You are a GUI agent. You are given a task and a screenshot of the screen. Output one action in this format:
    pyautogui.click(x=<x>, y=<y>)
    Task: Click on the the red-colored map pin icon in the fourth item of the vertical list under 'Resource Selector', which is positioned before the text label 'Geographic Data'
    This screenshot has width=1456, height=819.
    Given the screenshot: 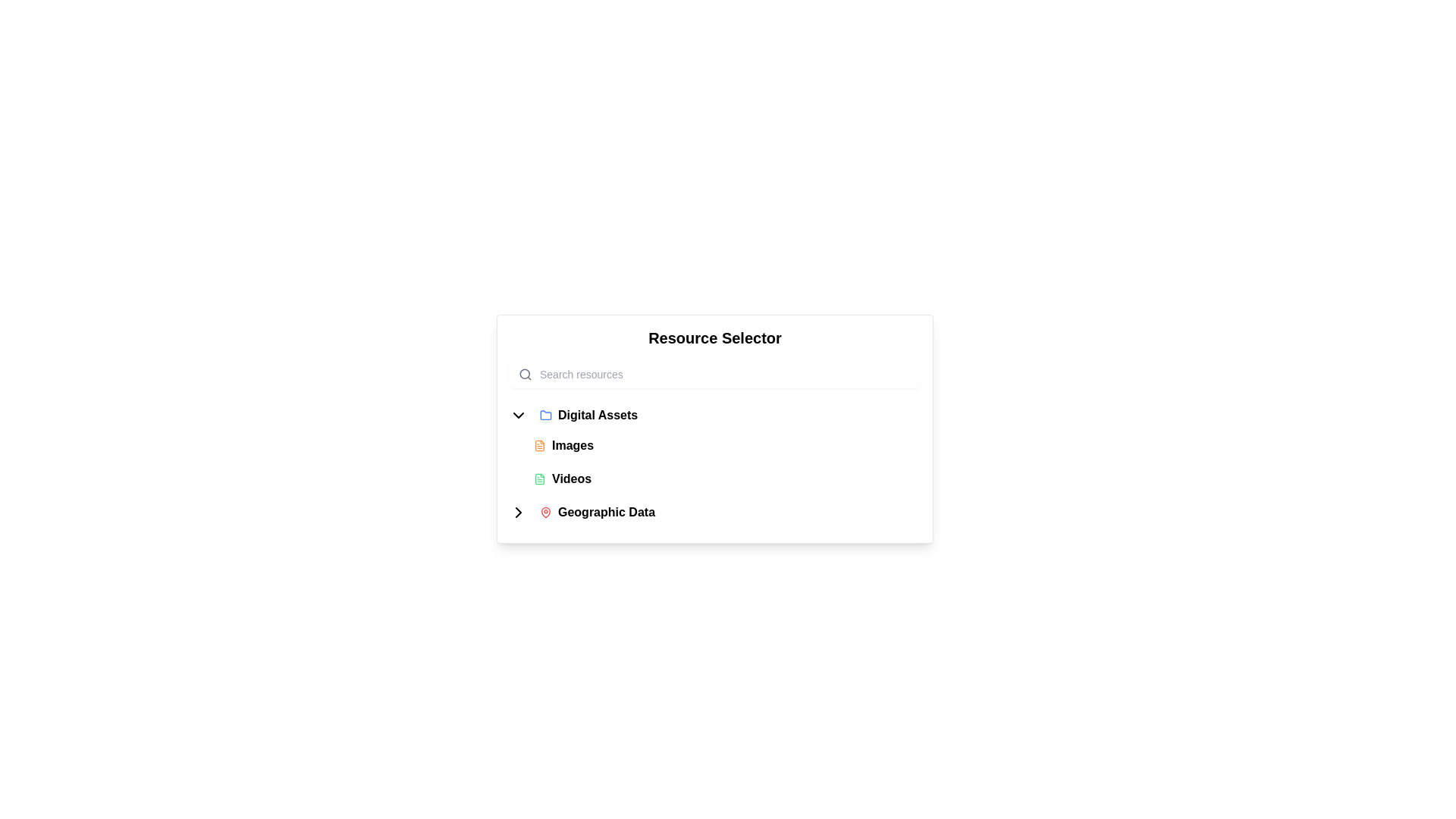 What is the action you would take?
    pyautogui.click(x=546, y=512)
    